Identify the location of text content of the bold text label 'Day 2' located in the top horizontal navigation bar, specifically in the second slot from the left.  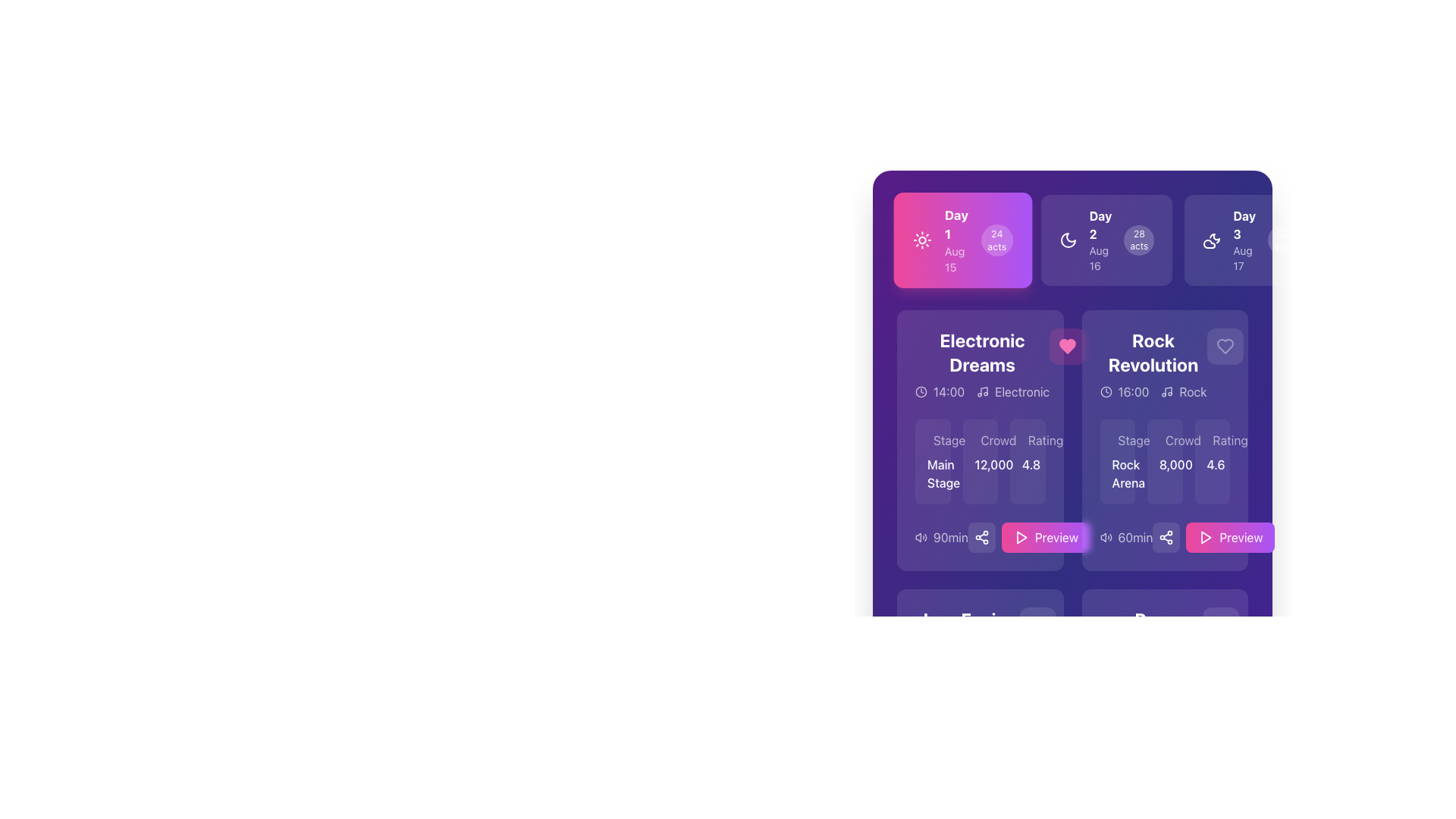
(1100, 225).